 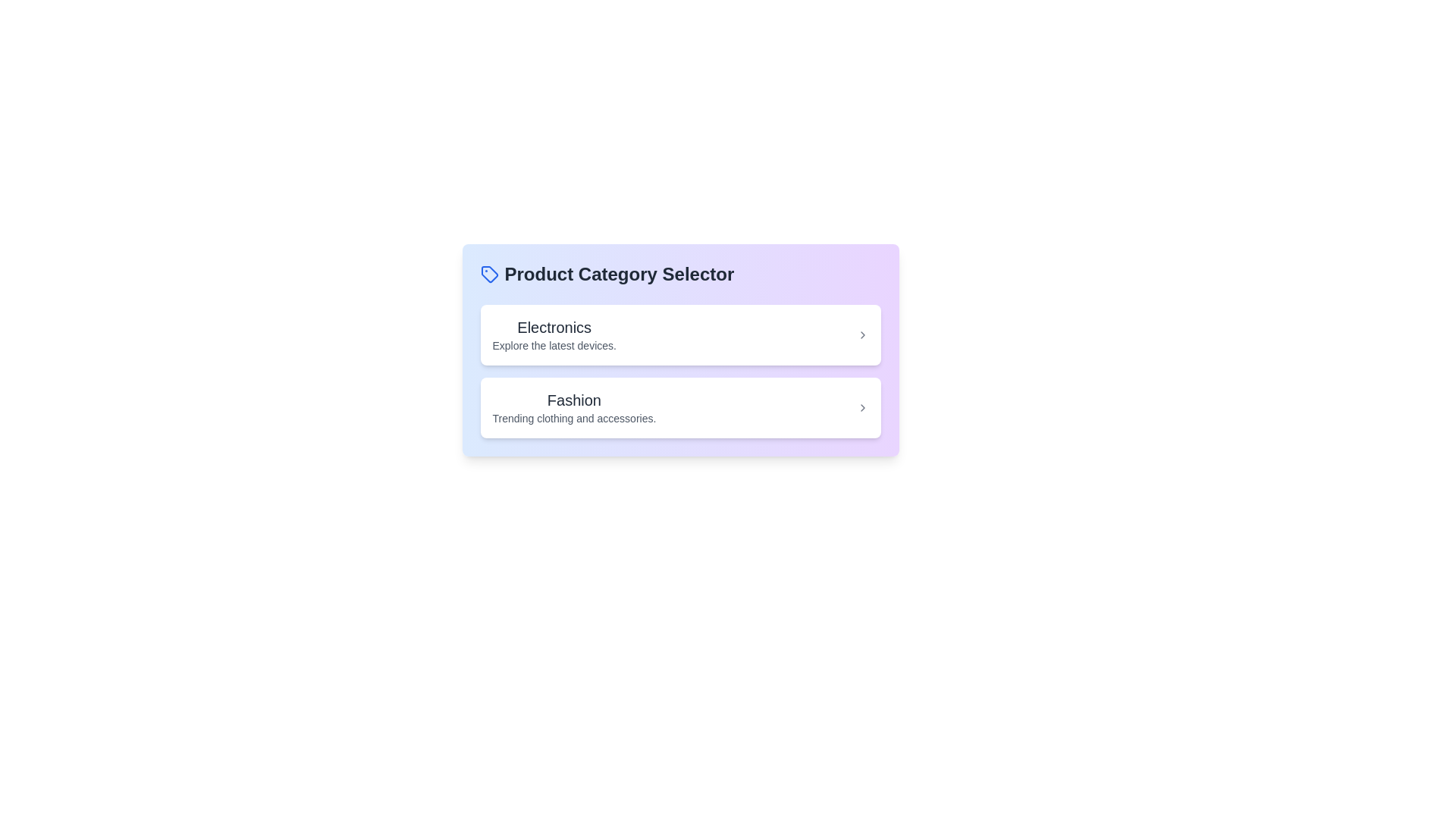 I want to click on the Text Label that serves as a category heading for fashion-related items, located beneath the title 'Electronics' and above the text 'Trending clothing and accessories', so click(x=573, y=400).